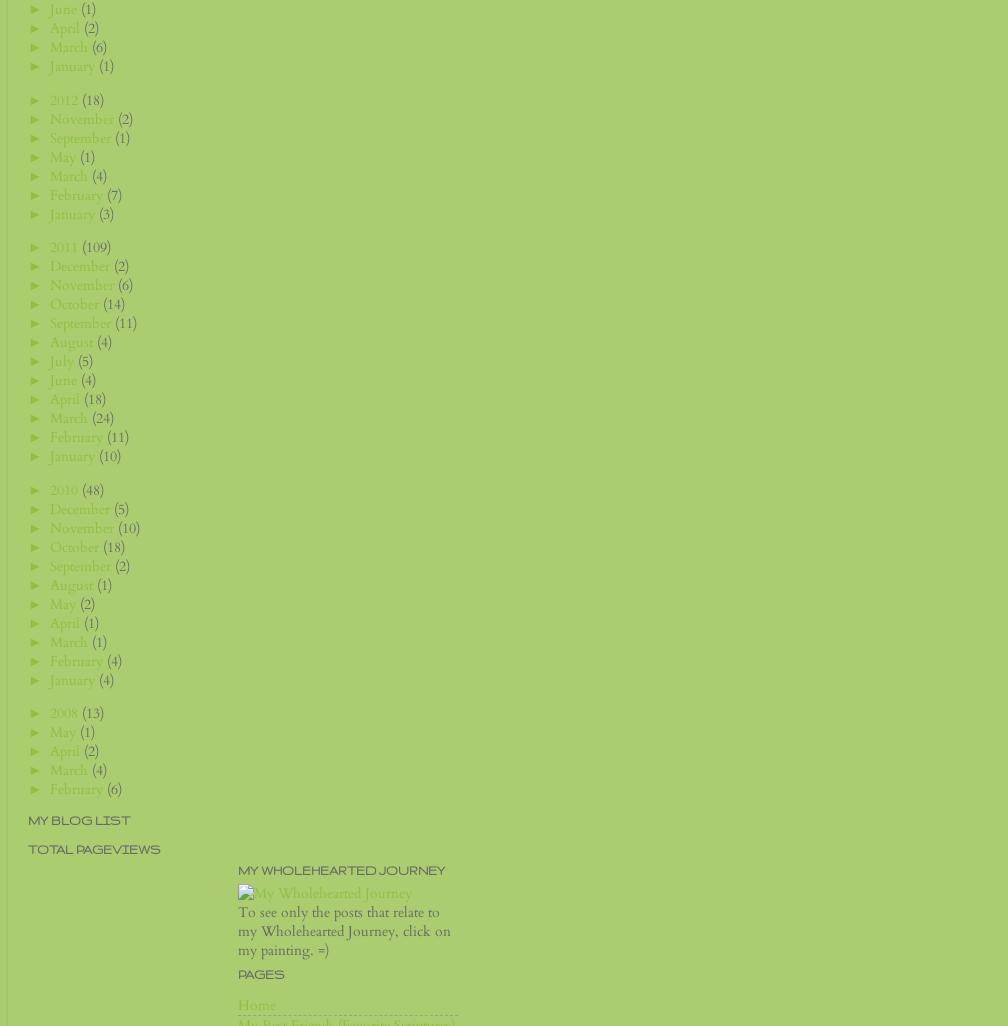  I want to click on '2008', so click(49, 711).